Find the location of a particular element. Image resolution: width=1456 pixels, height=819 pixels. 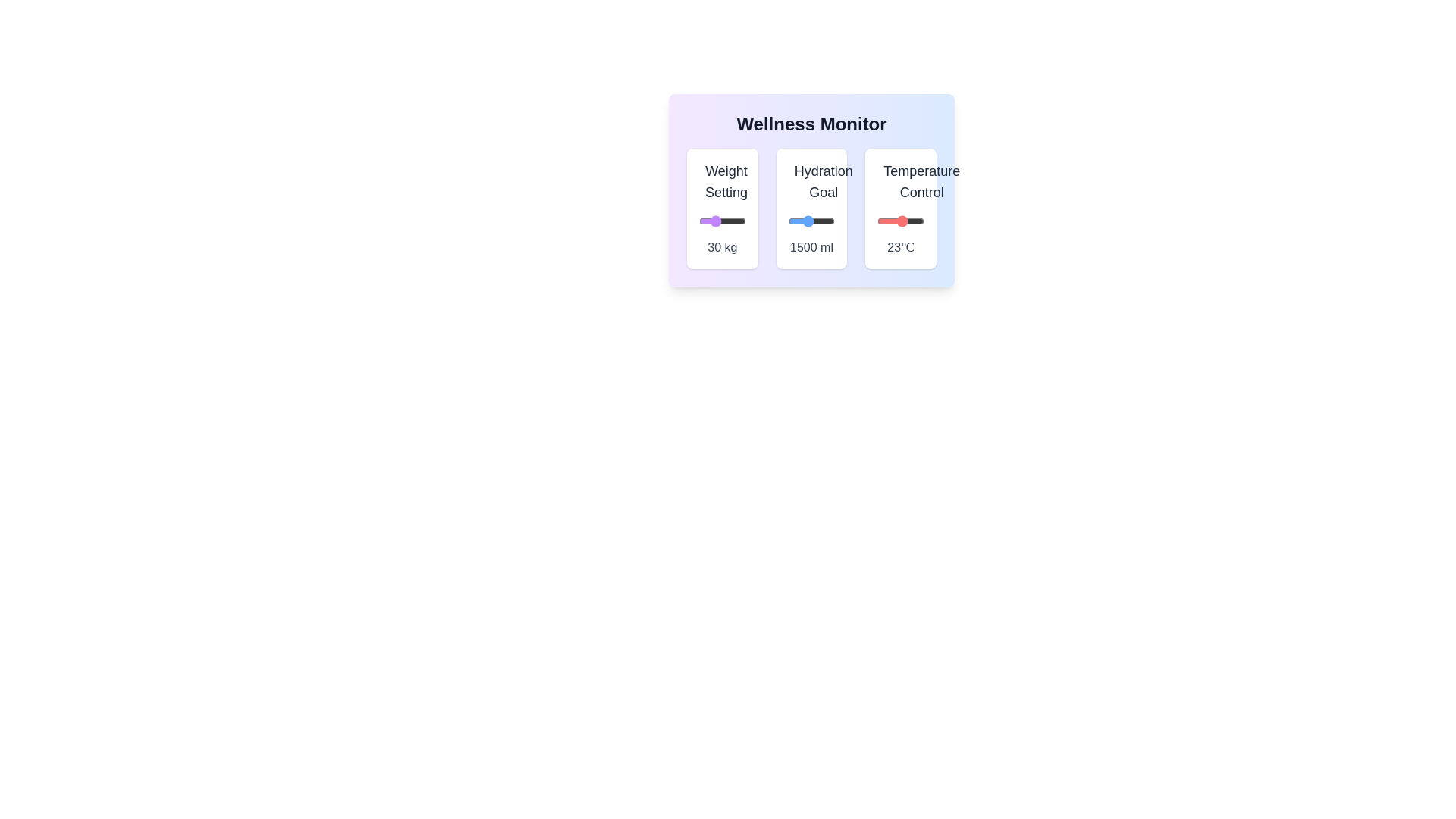

the slider handle in the 'Weight Setting' section, which allows users to adjust the weight value between 0 and 100 is located at coordinates (721, 221).